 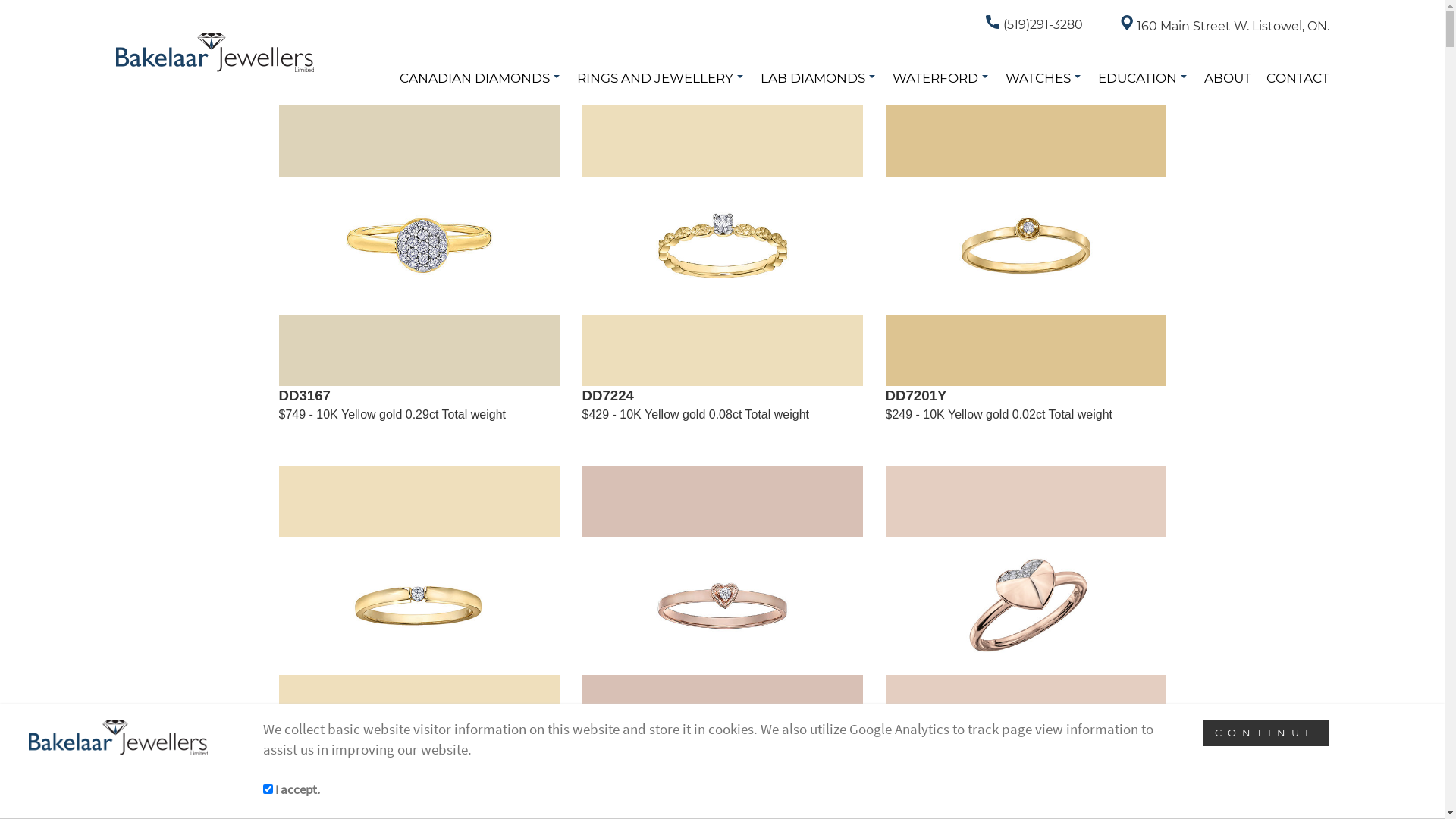 What do you see at coordinates (817, 78) in the screenshot?
I see `'LAB DIAMONDS'` at bounding box center [817, 78].